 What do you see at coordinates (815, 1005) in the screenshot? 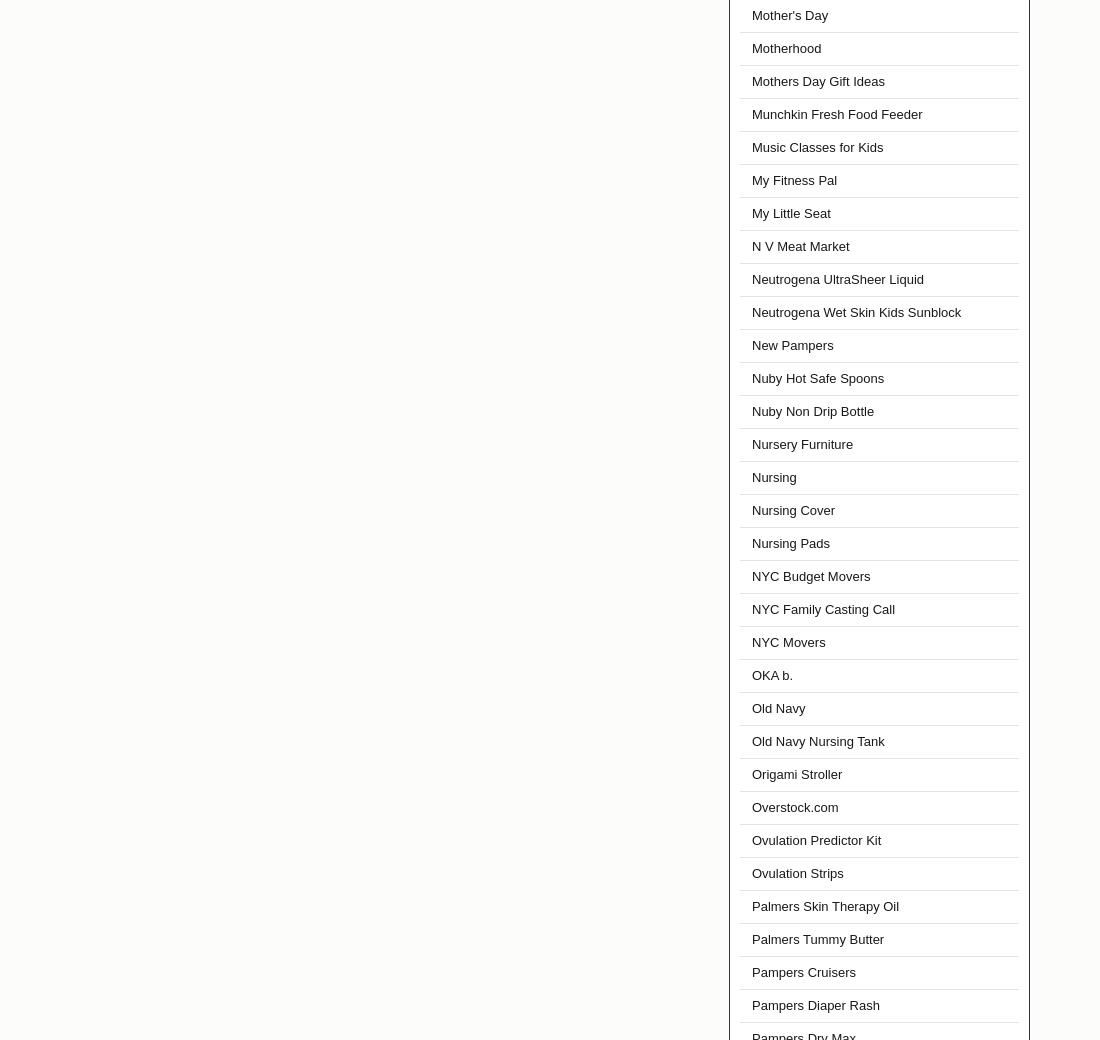
I see `'Pampers Diaper Rash'` at bounding box center [815, 1005].